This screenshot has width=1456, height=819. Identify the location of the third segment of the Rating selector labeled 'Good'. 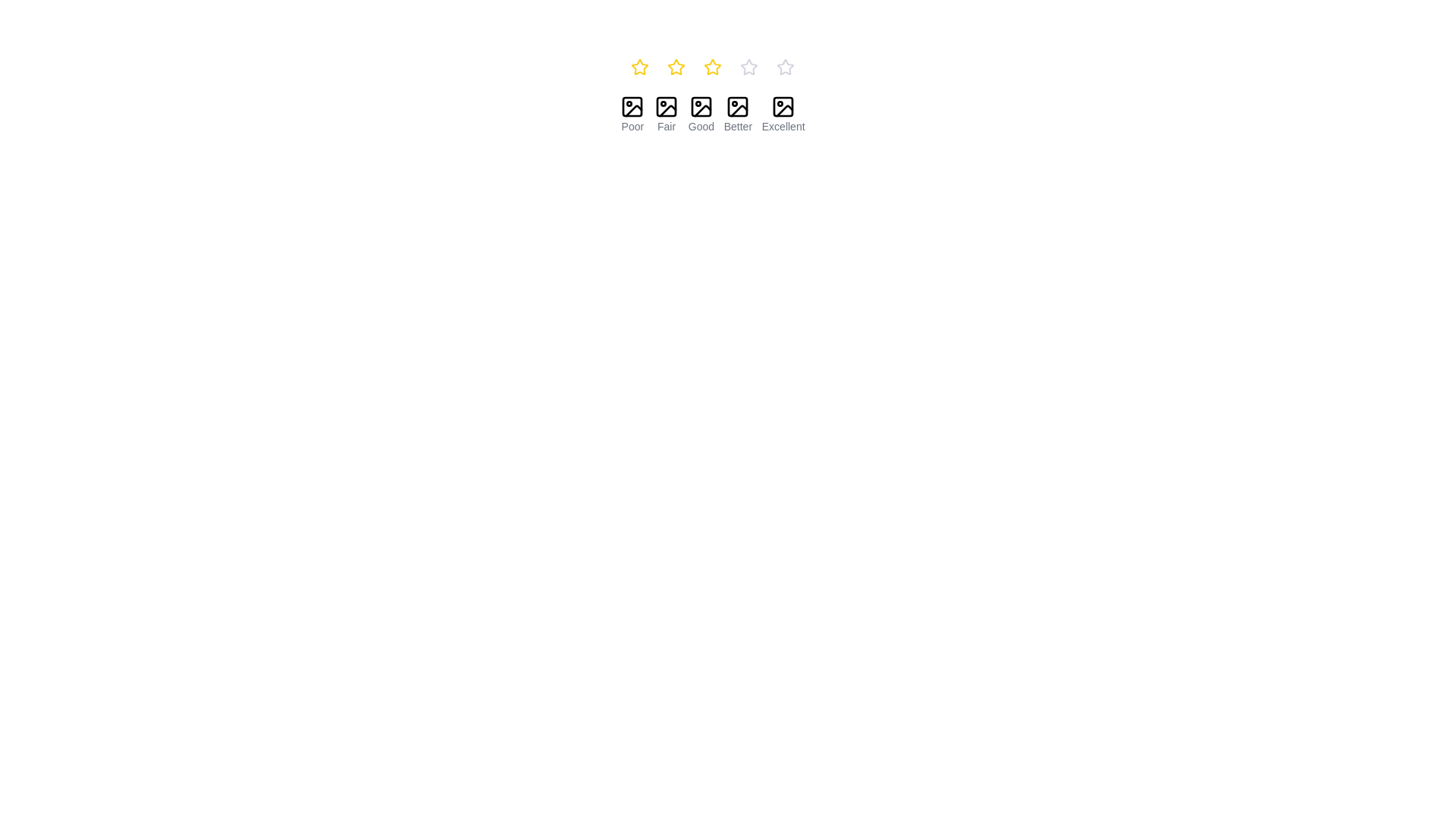
(712, 113).